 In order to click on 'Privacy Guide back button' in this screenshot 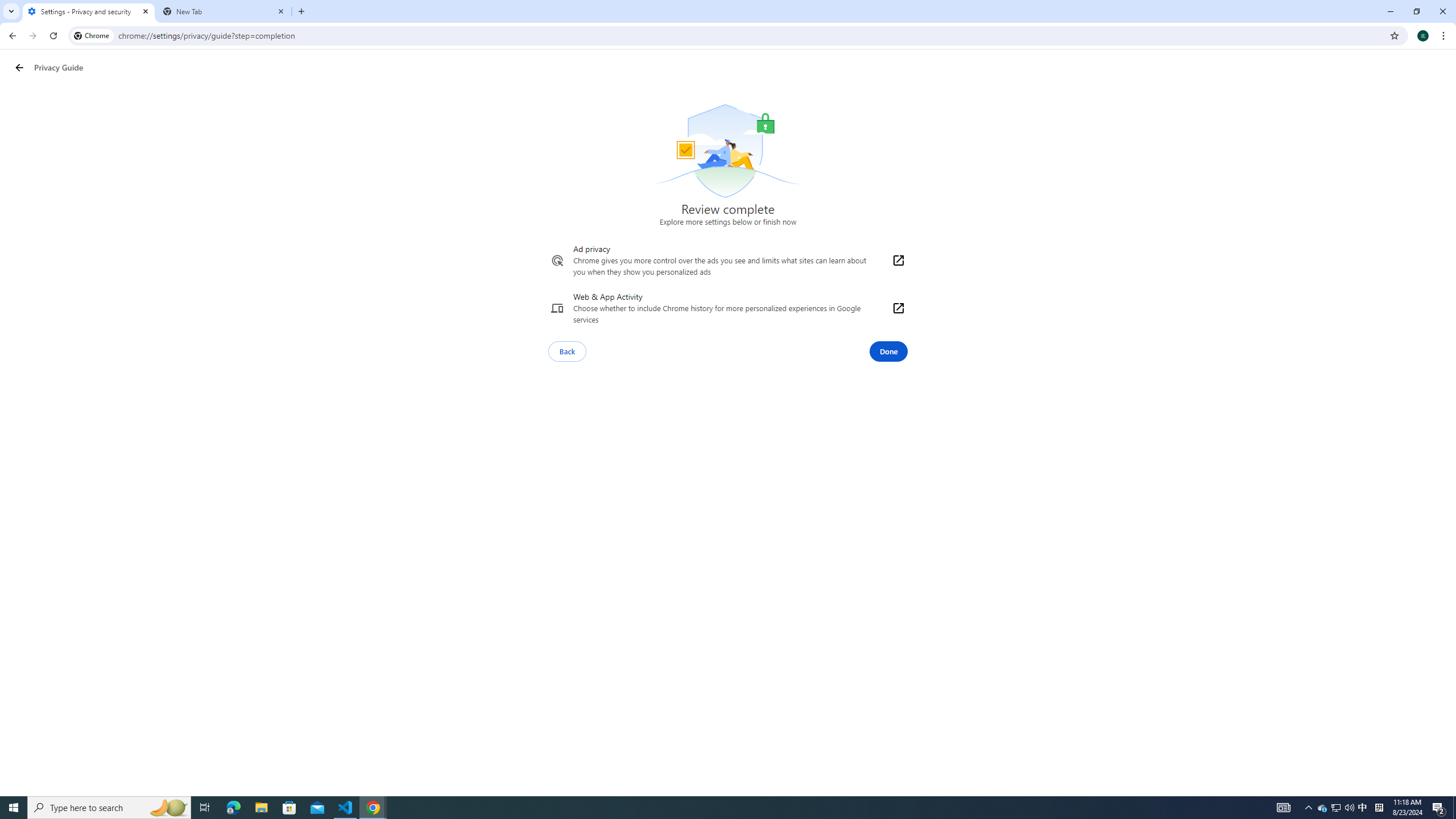, I will do `click(19, 67)`.